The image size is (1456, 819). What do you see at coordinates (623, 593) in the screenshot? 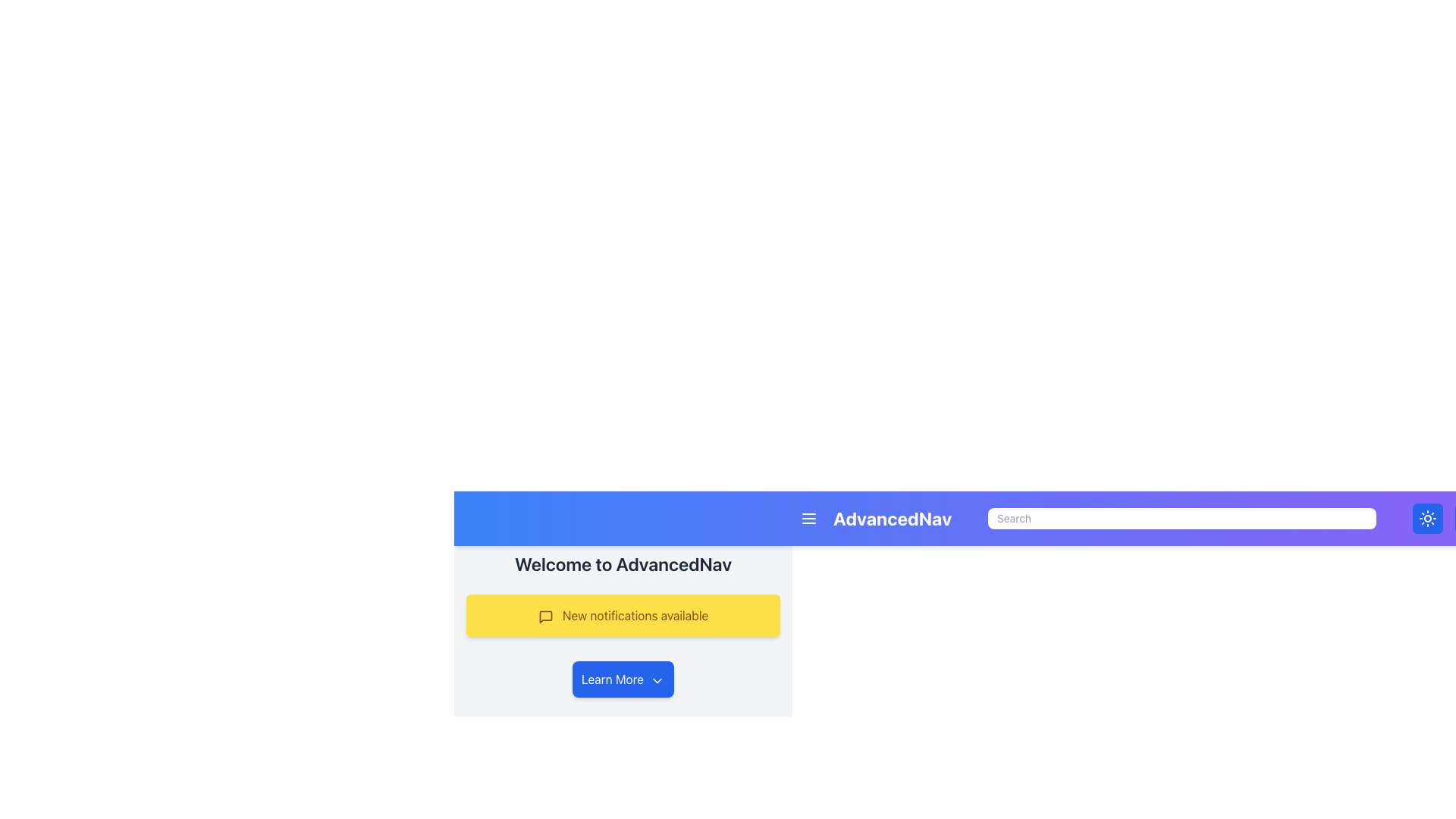
I see `the Notification Banner element, which is a yellow rectangle with the text 'New notifications available' and a speech bubble icon, located below the heading 'Welcome to AdvancedNav'` at bounding box center [623, 593].